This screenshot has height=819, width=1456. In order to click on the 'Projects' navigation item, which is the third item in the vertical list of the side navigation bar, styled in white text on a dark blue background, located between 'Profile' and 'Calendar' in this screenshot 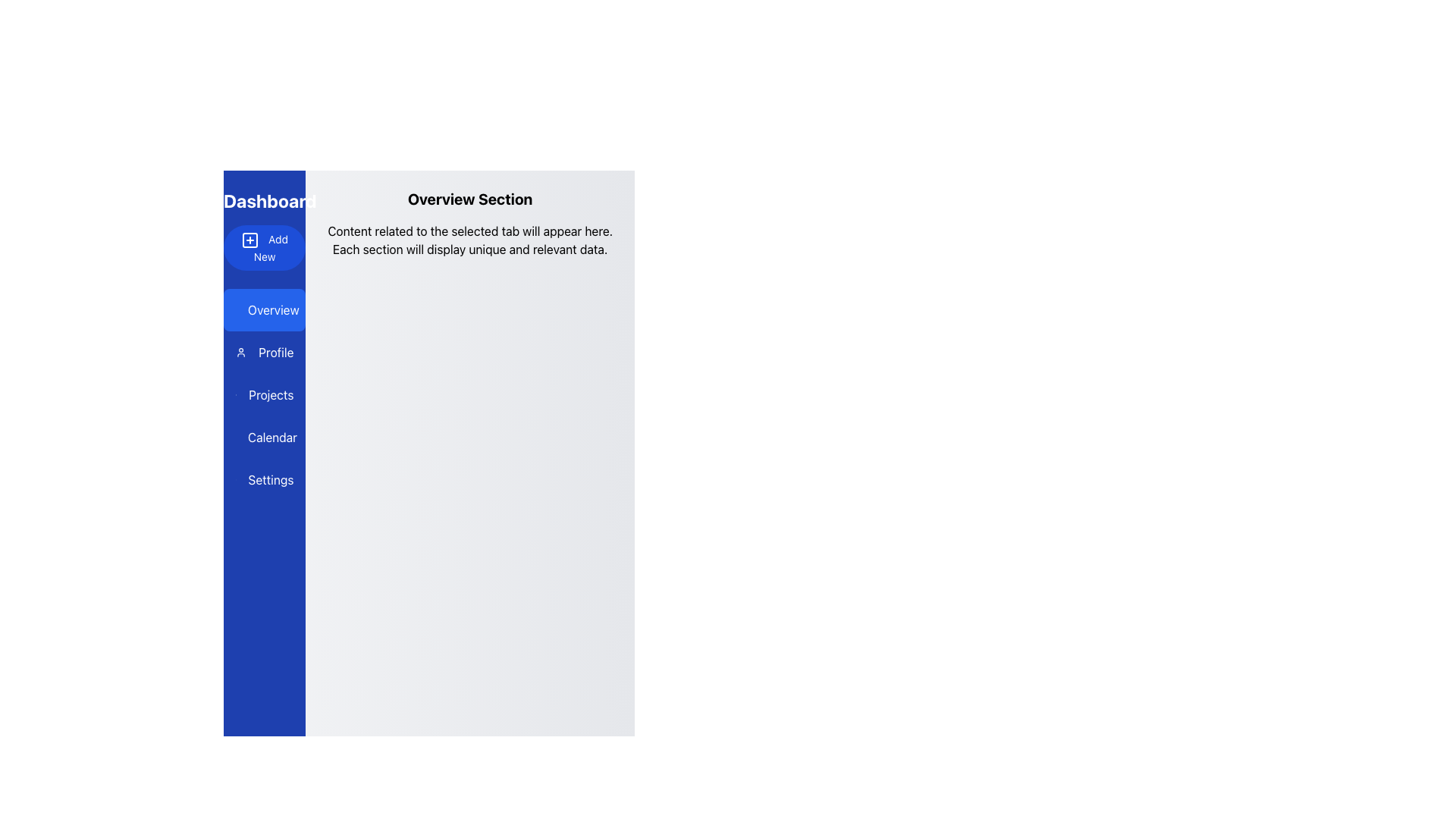, I will do `click(265, 394)`.